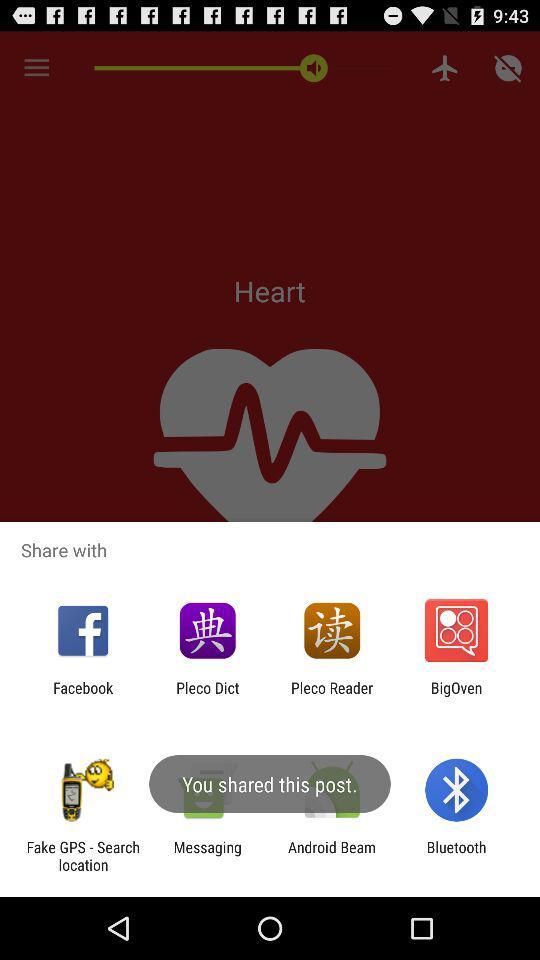 The width and height of the screenshot is (540, 960). What do you see at coordinates (456, 696) in the screenshot?
I see `bigoven icon` at bounding box center [456, 696].